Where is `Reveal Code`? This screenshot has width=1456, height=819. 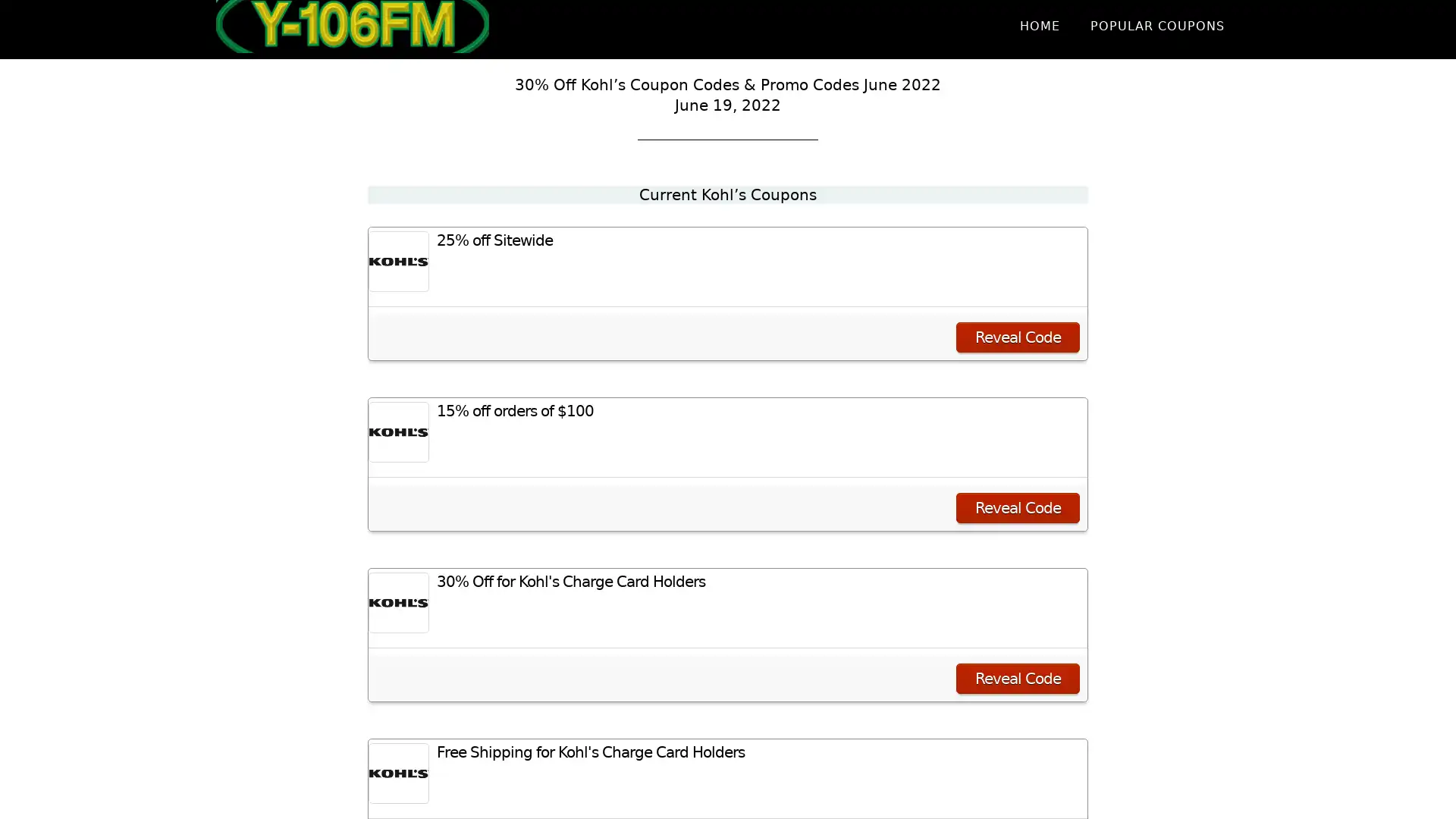
Reveal Code is located at coordinates (1018, 336).